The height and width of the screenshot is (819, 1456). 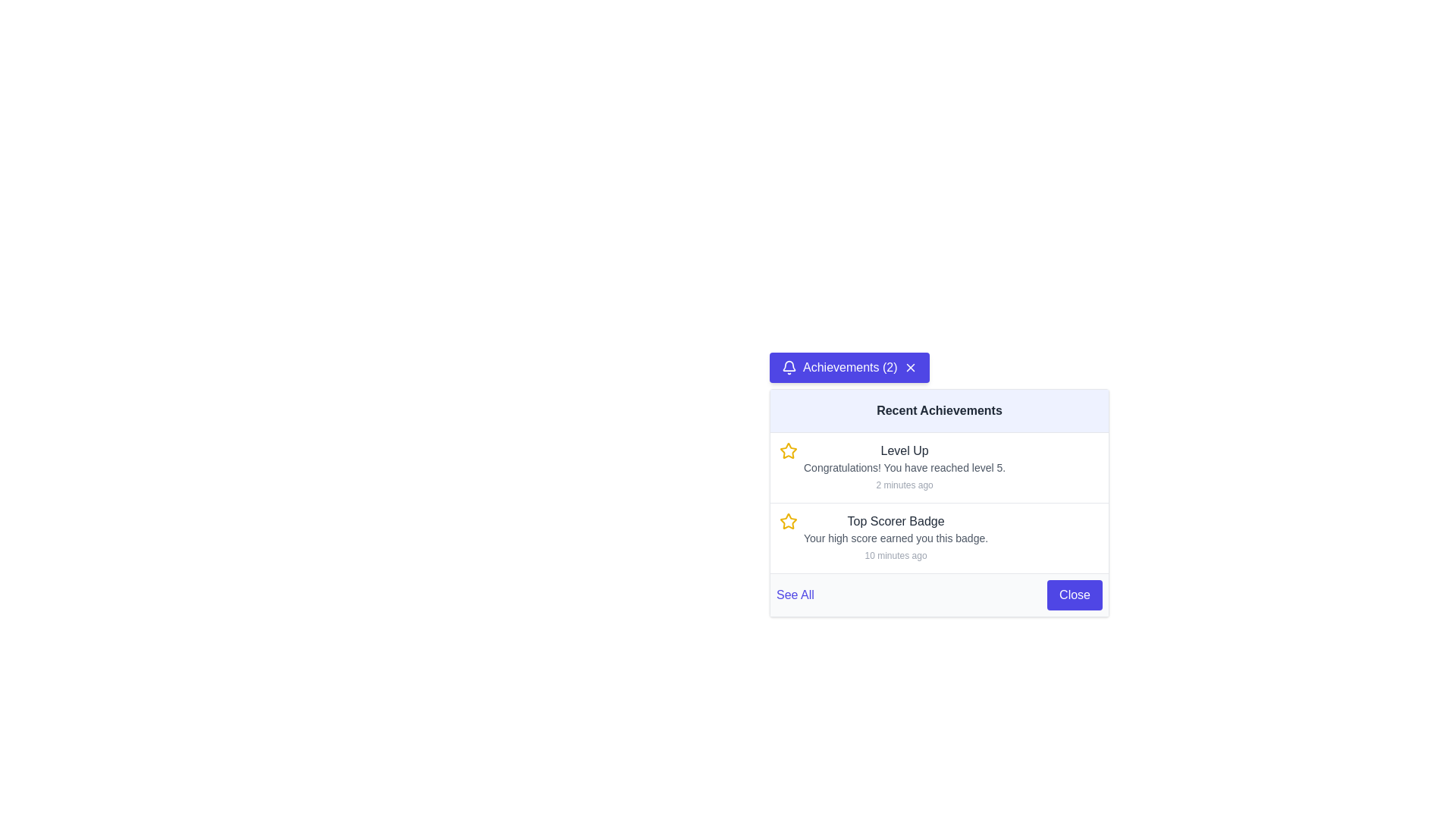 I want to click on the 'Achievements (2)' button with a purple background and white text, so click(x=849, y=368).